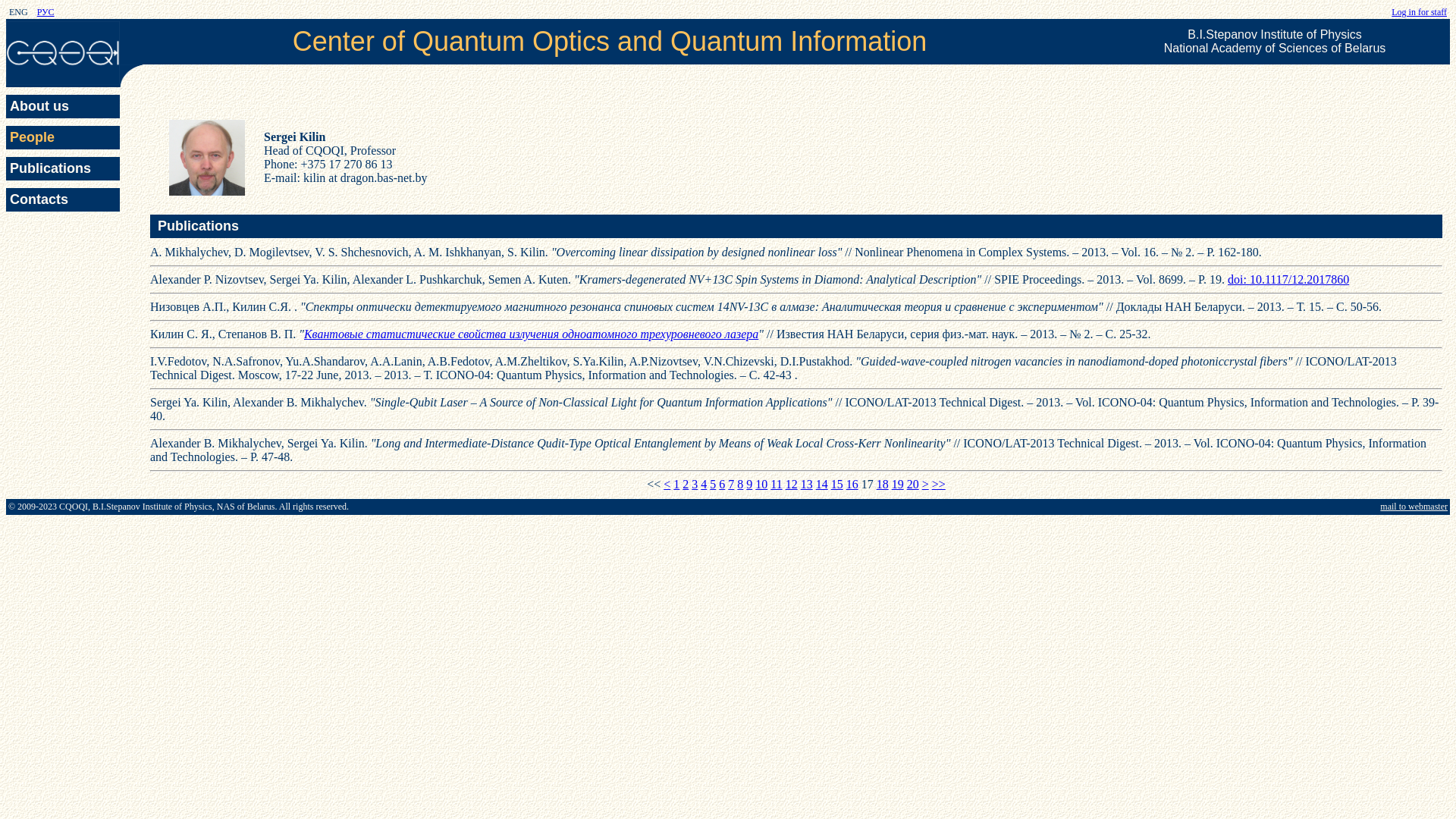  What do you see at coordinates (667, 484) in the screenshot?
I see `'<'` at bounding box center [667, 484].